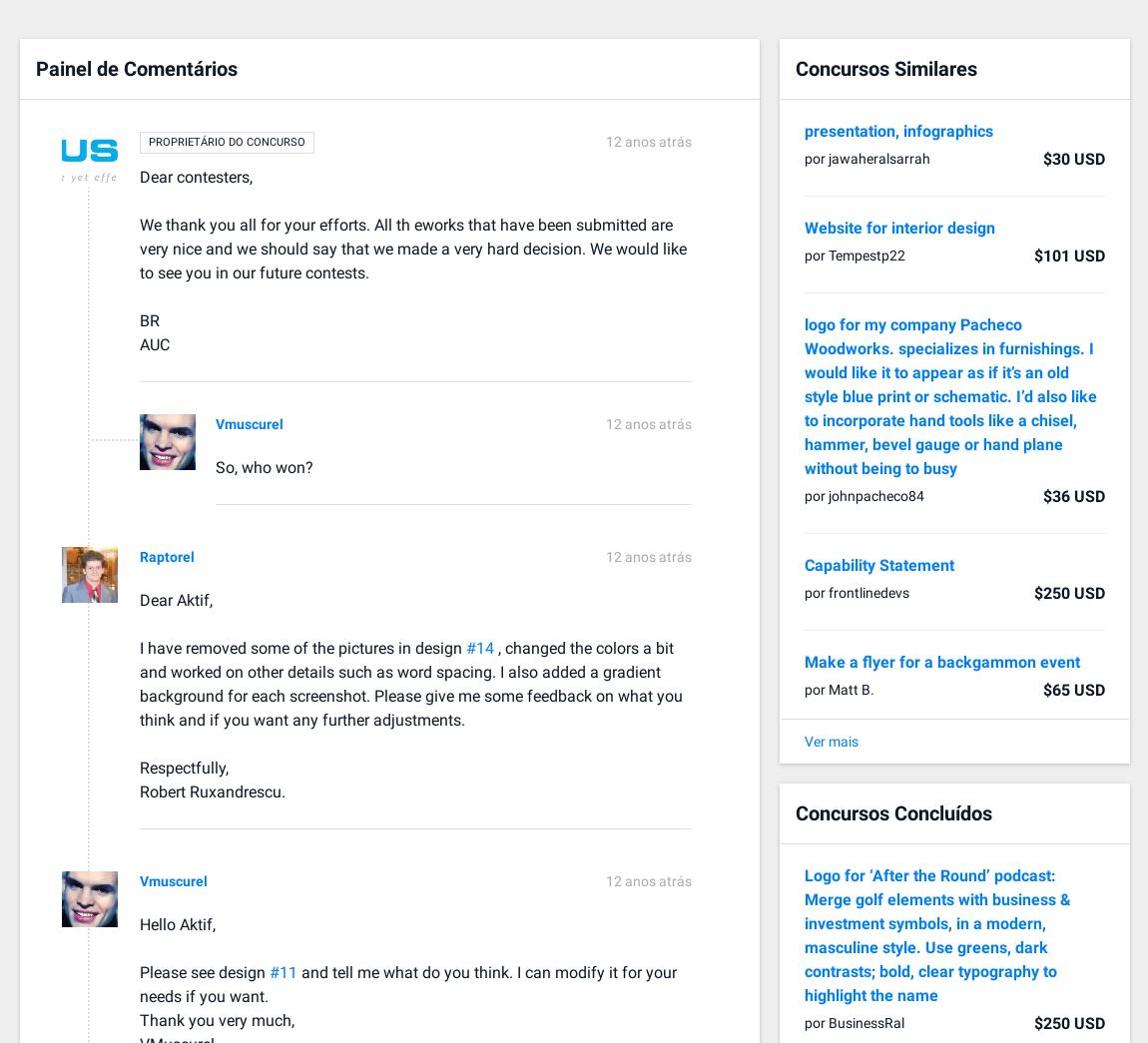 This screenshot has height=1043, width=1148. What do you see at coordinates (854, 253) in the screenshot?
I see `'por Tempestp22'` at bounding box center [854, 253].